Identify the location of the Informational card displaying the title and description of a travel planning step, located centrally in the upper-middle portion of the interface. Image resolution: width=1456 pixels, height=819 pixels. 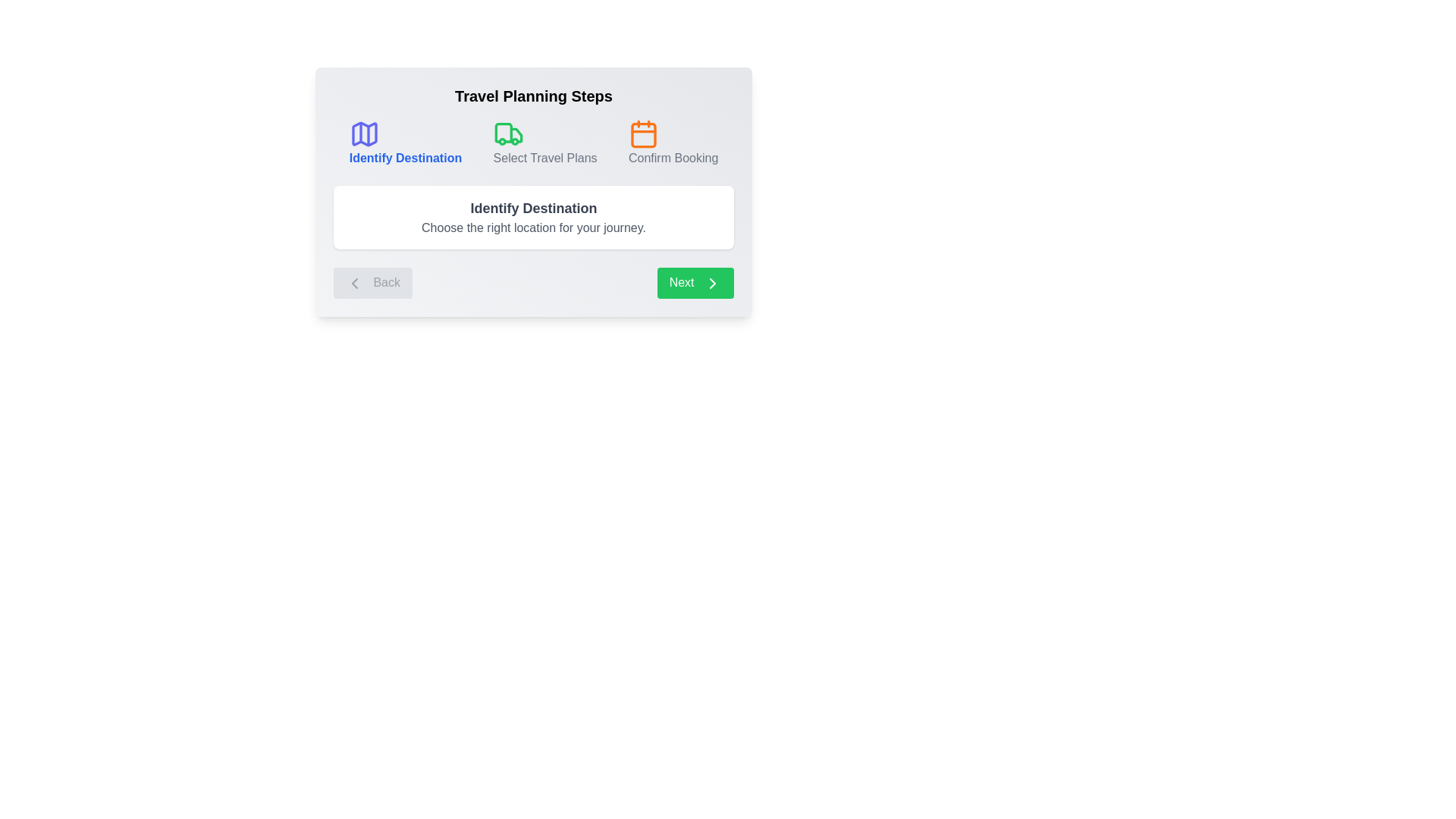
(534, 191).